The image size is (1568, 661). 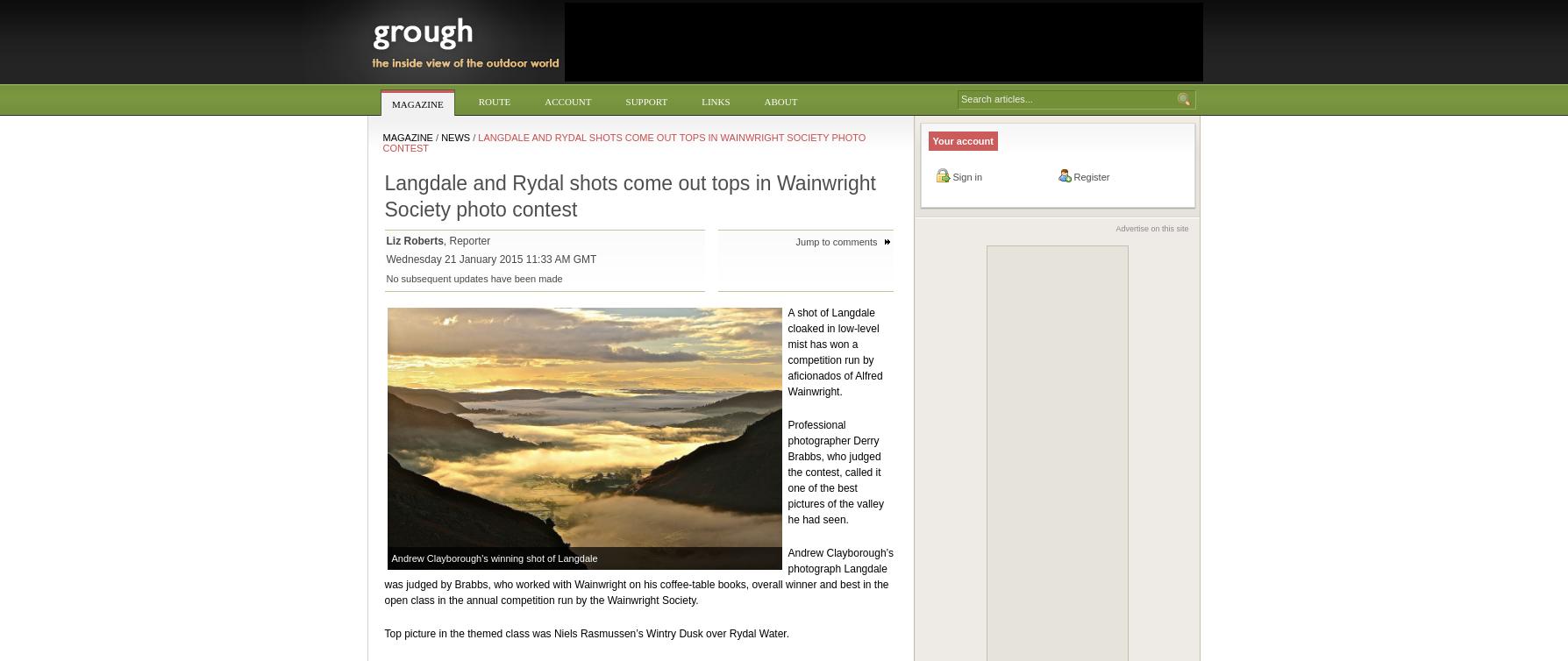 What do you see at coordinates (780, 101) in the screenshot?
I see `'About'` at bounding box center [780, 101].